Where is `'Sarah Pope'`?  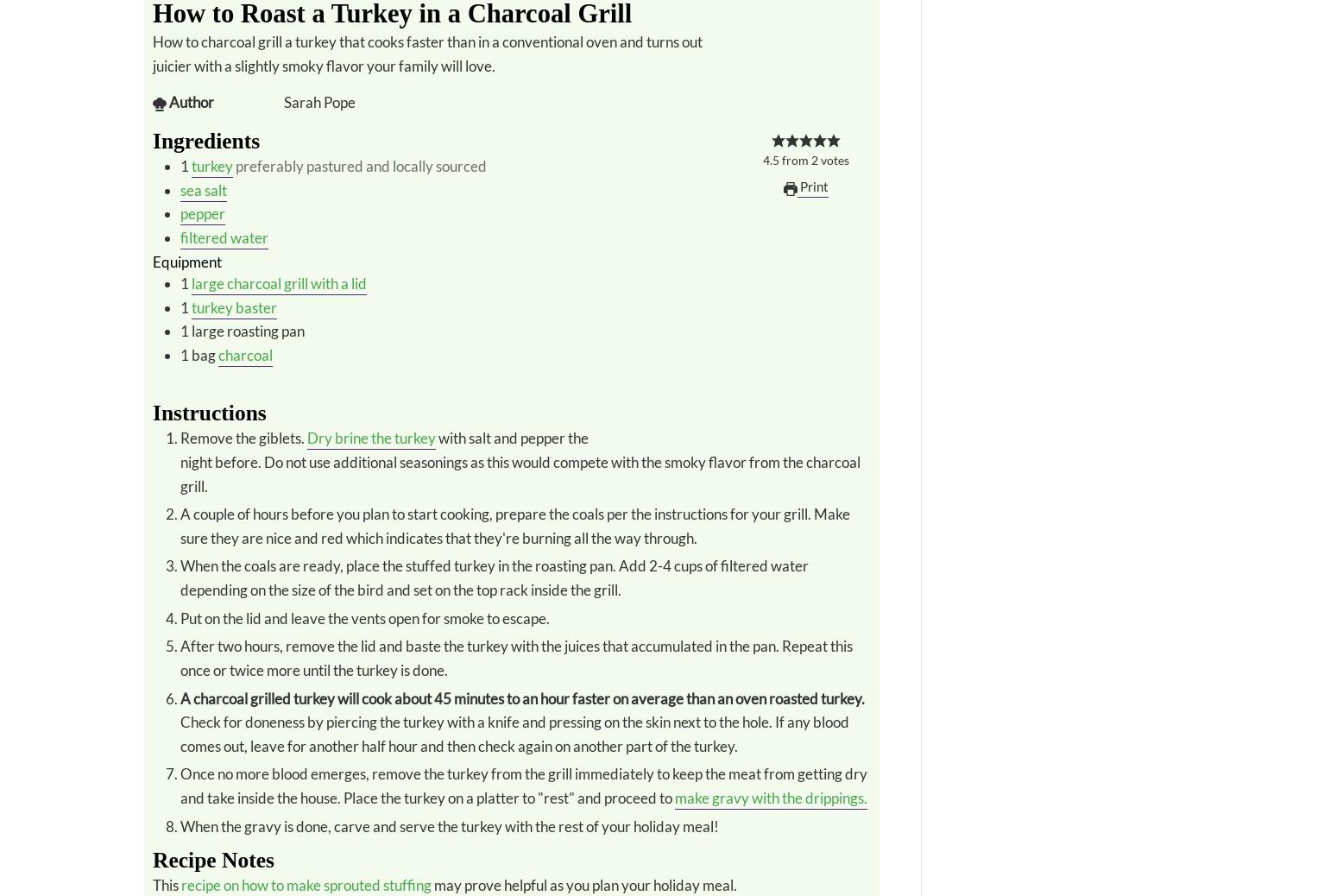 'Sarah Pope' is located at coordinates (319, 101).